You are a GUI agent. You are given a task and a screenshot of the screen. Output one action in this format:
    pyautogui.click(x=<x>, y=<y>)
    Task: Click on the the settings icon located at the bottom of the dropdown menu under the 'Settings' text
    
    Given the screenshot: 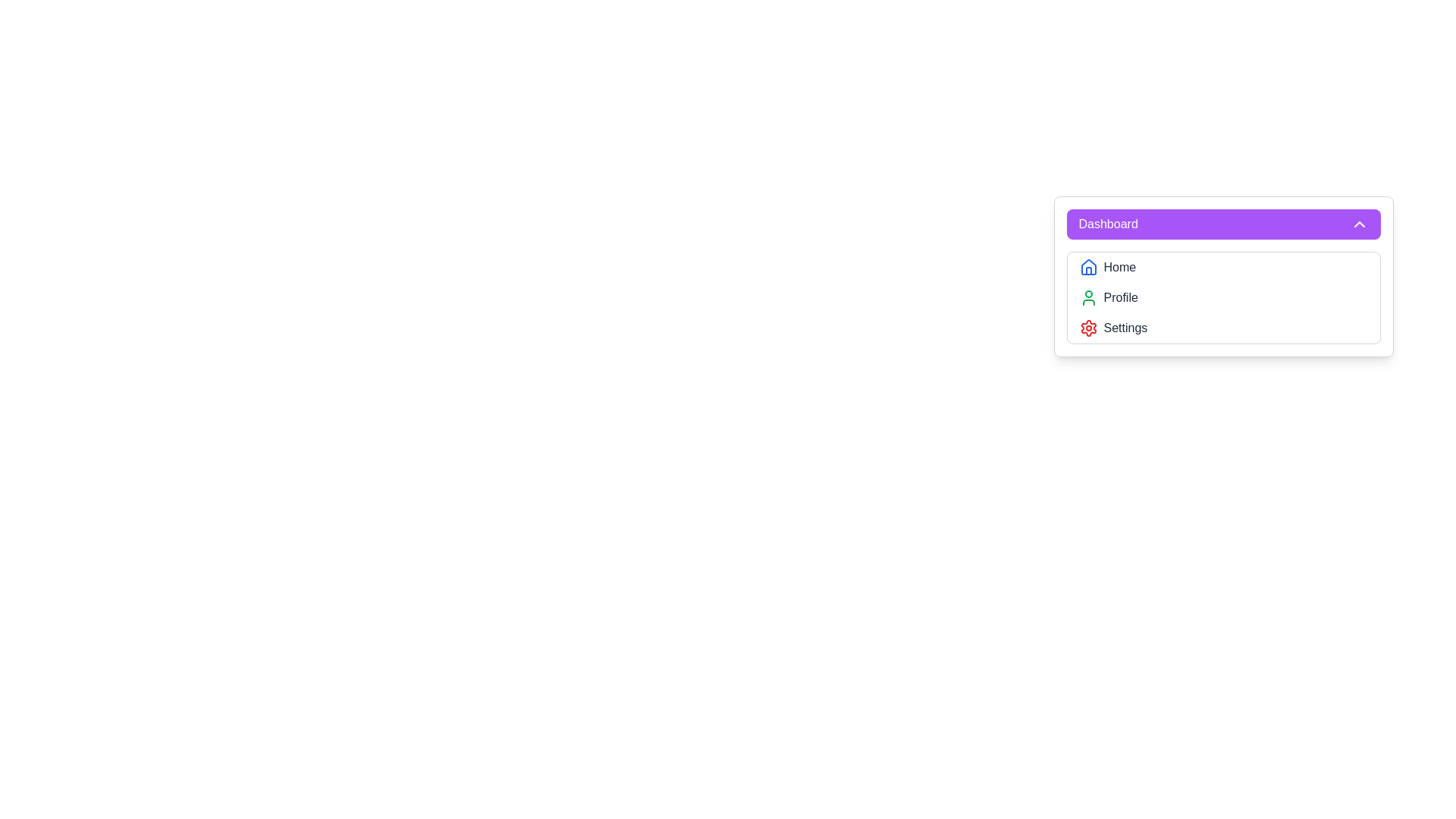 What is the action you would take?
    pyautogui.click(x=1087, y=327)
    